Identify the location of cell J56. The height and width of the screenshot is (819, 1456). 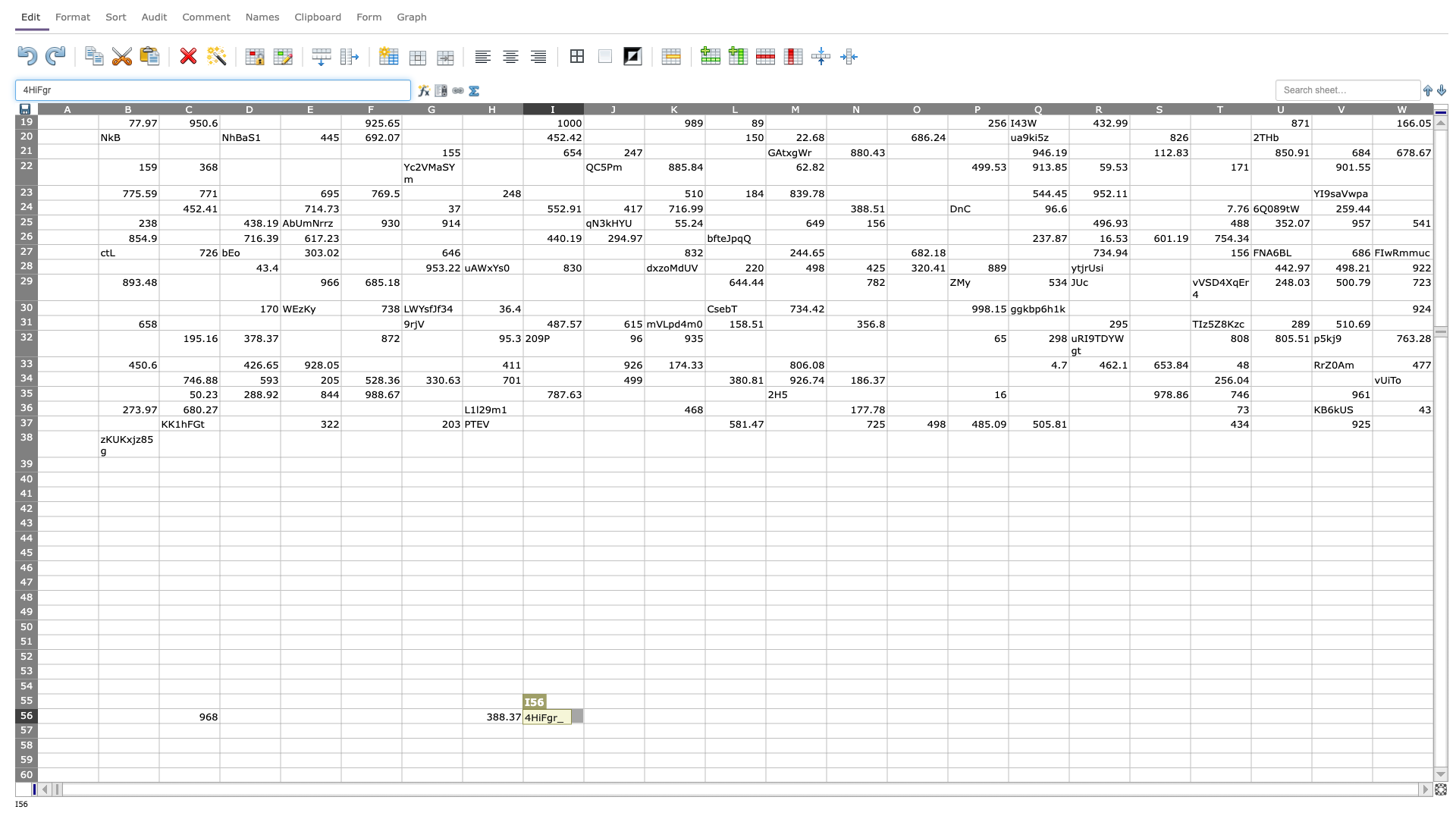
(614, 716).